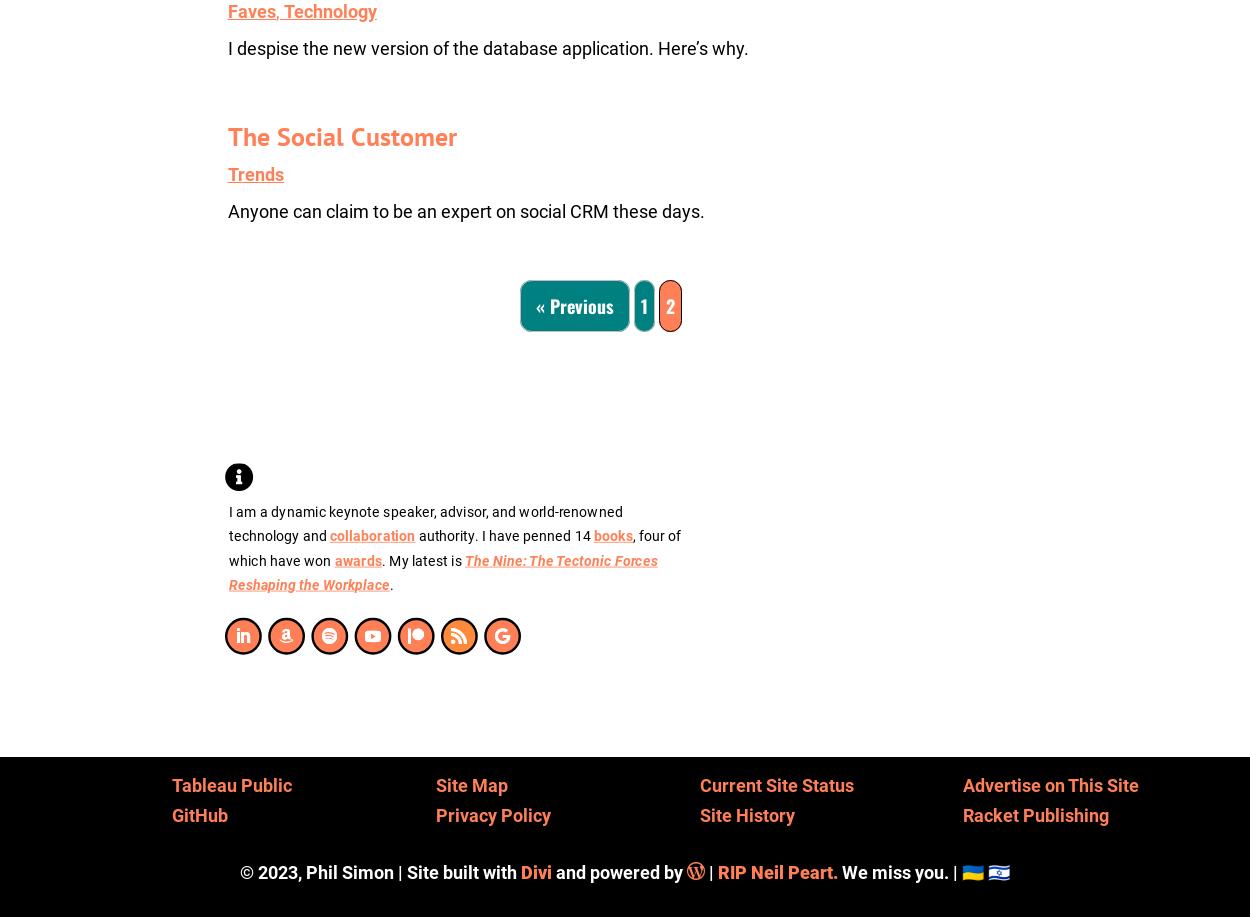  What do you see at coordinates (199, 814) in the screenshot?
I see `'GitHub'` at bounding box center [199, 814].